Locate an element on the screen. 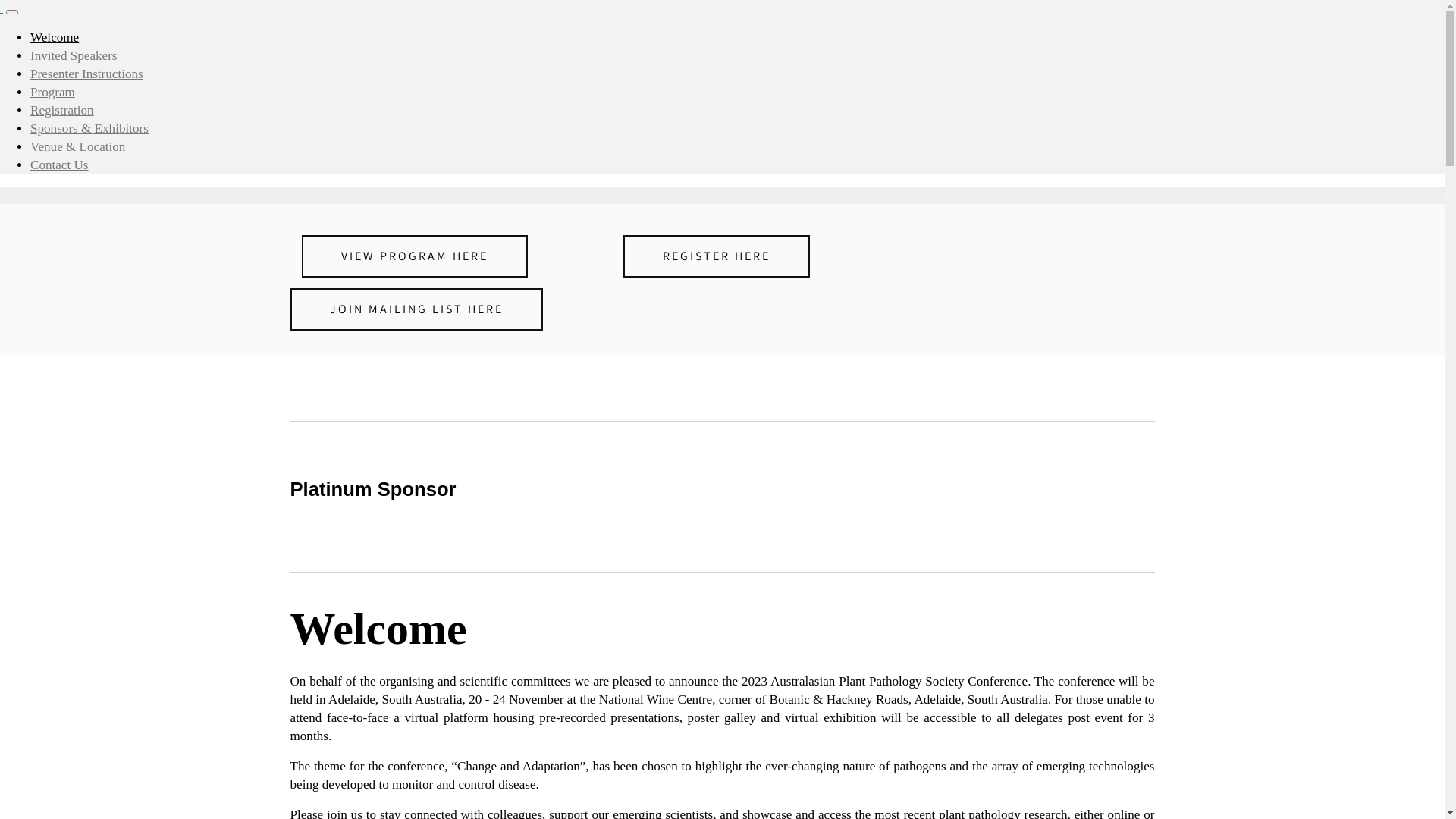  'Program' is located at coordinates (52, 92).